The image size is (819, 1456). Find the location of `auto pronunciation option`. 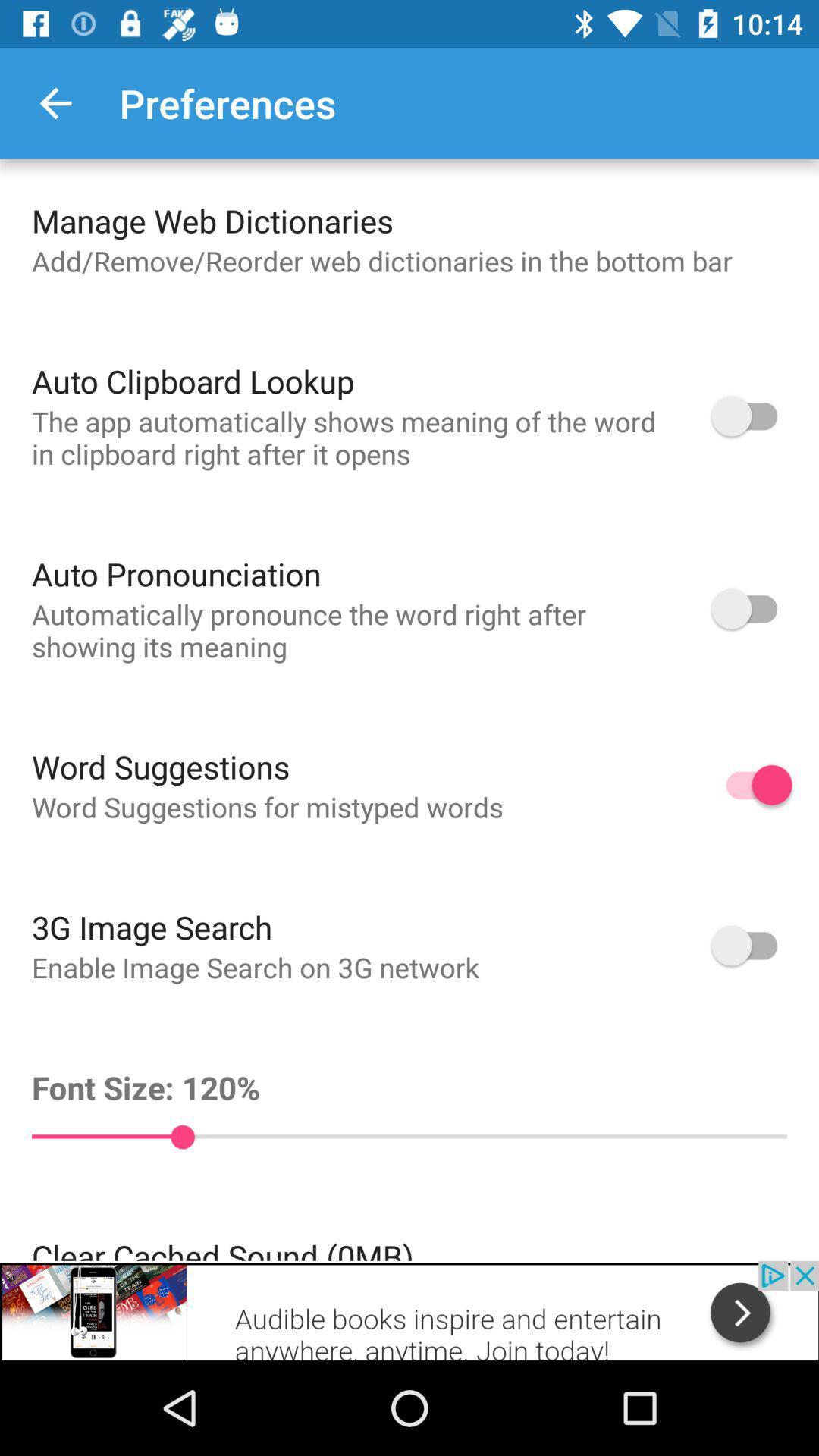

auto pronunciation option is located at coordinates (752, 608).